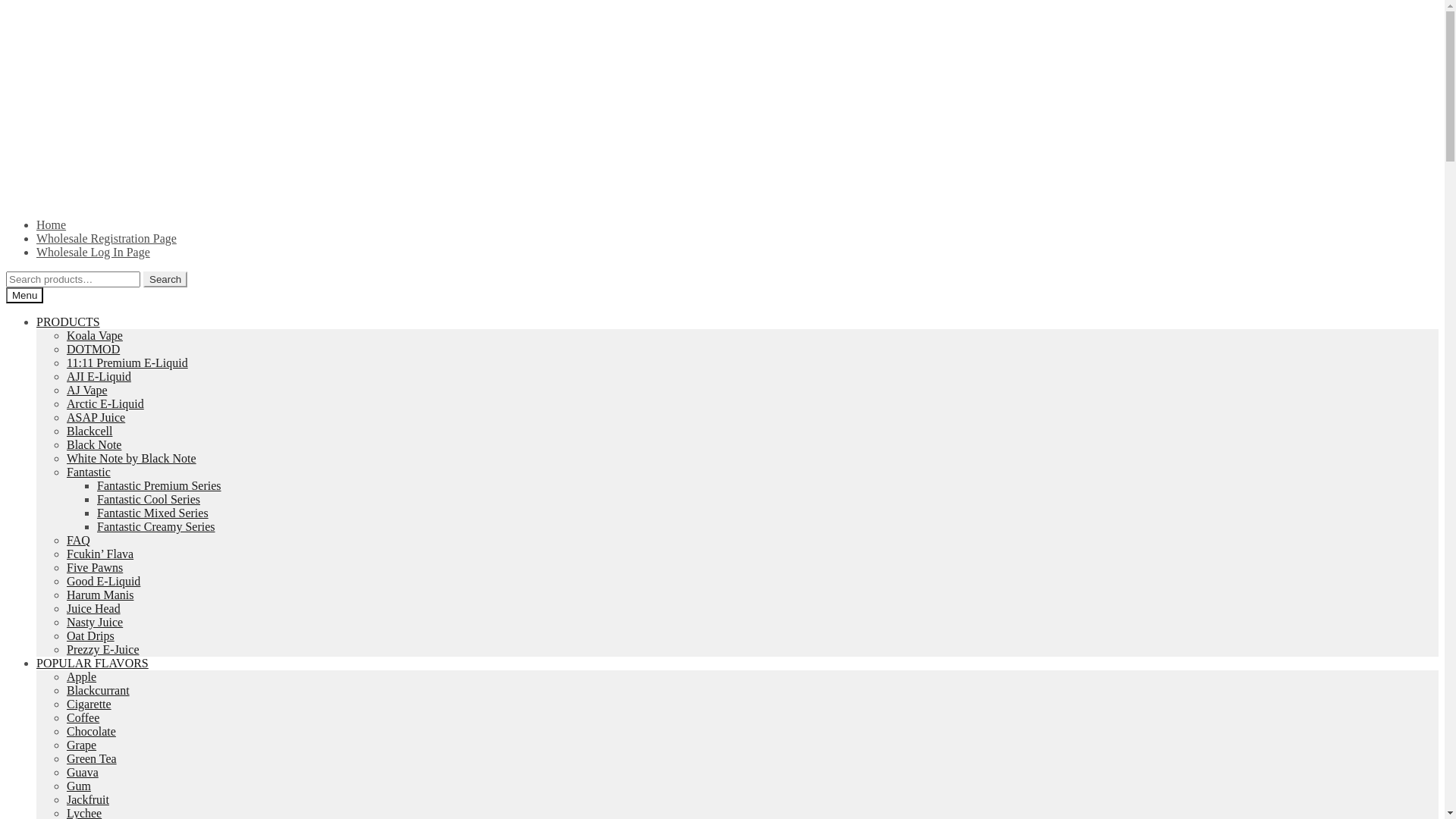 The width and height of the screenshot is (1456, 819). Describe the element at coordinates (98, 375) in the screenshot. I see `'AJI E-Liquid'` at that location.